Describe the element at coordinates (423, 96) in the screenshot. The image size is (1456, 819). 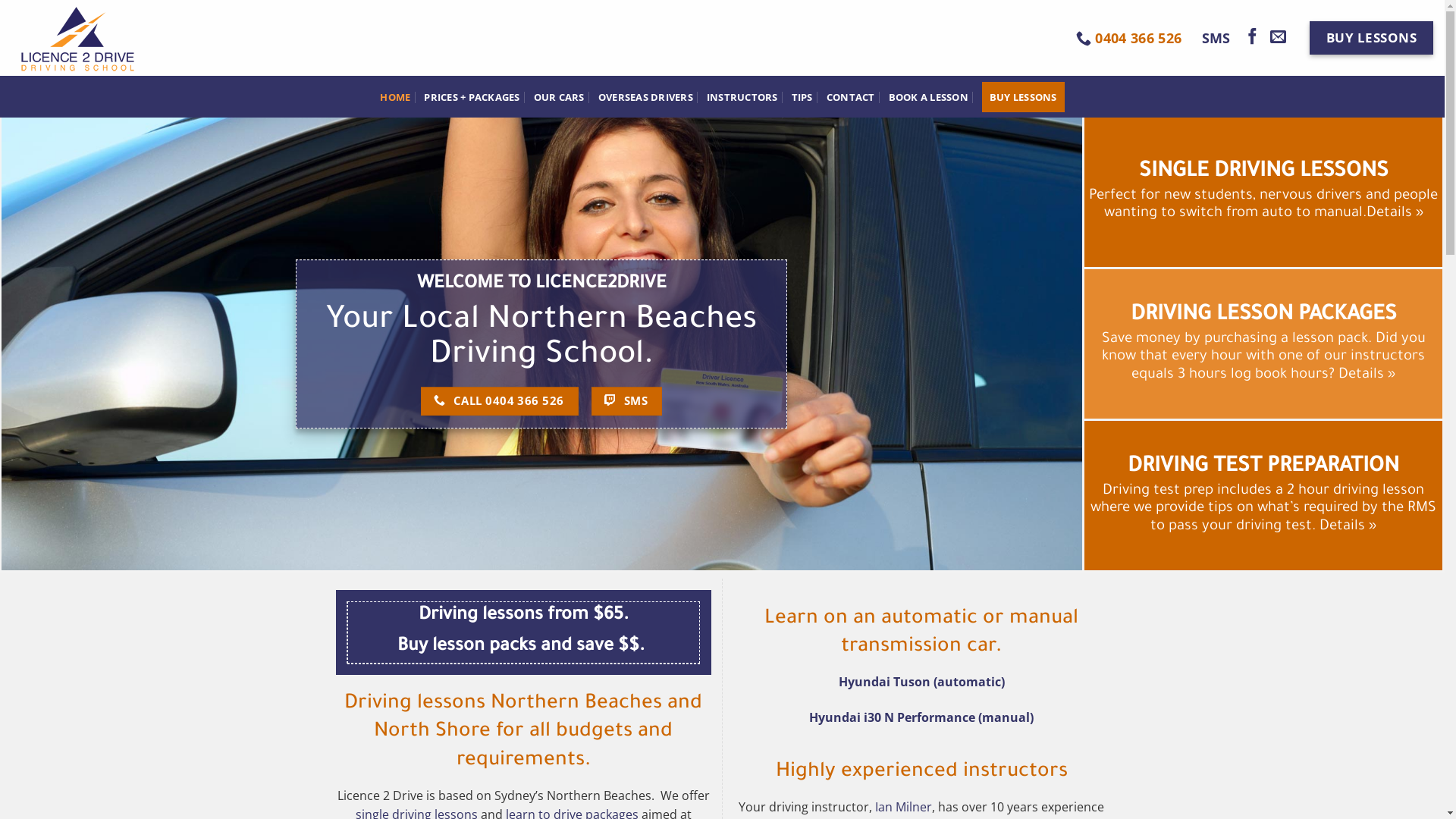
I see `'PRICES + PACKAGES'` at that location.